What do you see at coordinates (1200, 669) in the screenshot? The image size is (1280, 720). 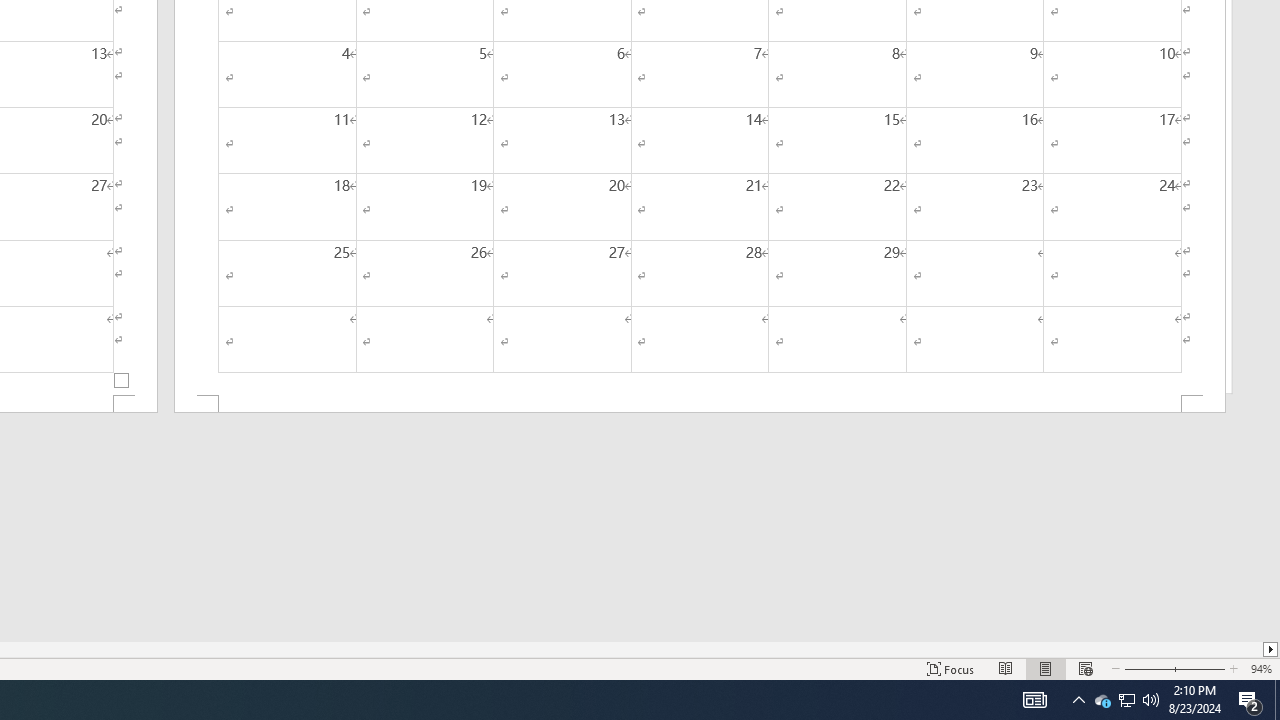 I see `'Zoom In'` at bounding box center [1200, 669].